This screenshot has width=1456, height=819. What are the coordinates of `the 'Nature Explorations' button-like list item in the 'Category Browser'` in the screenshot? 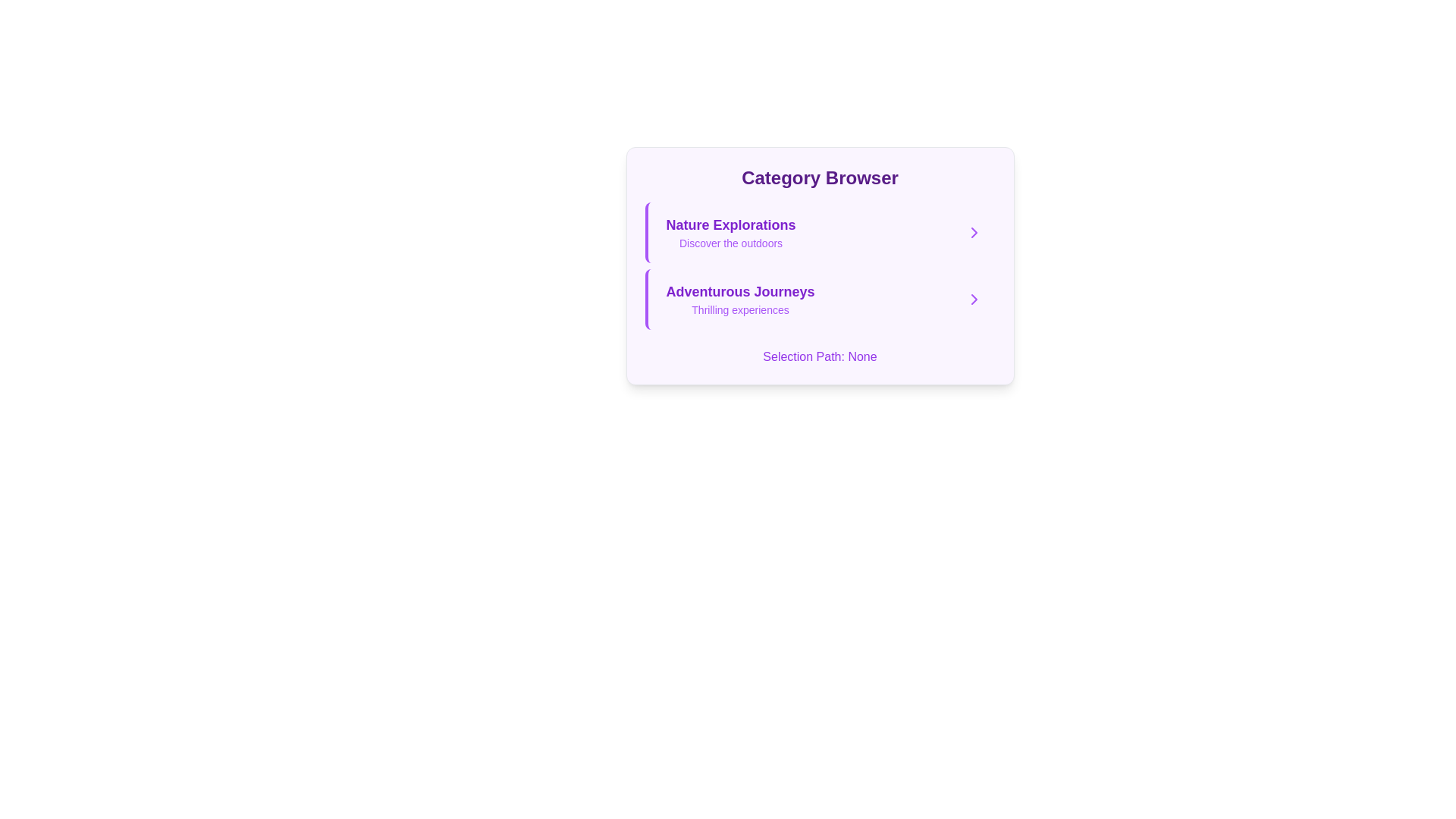 It's located at (819, 233).